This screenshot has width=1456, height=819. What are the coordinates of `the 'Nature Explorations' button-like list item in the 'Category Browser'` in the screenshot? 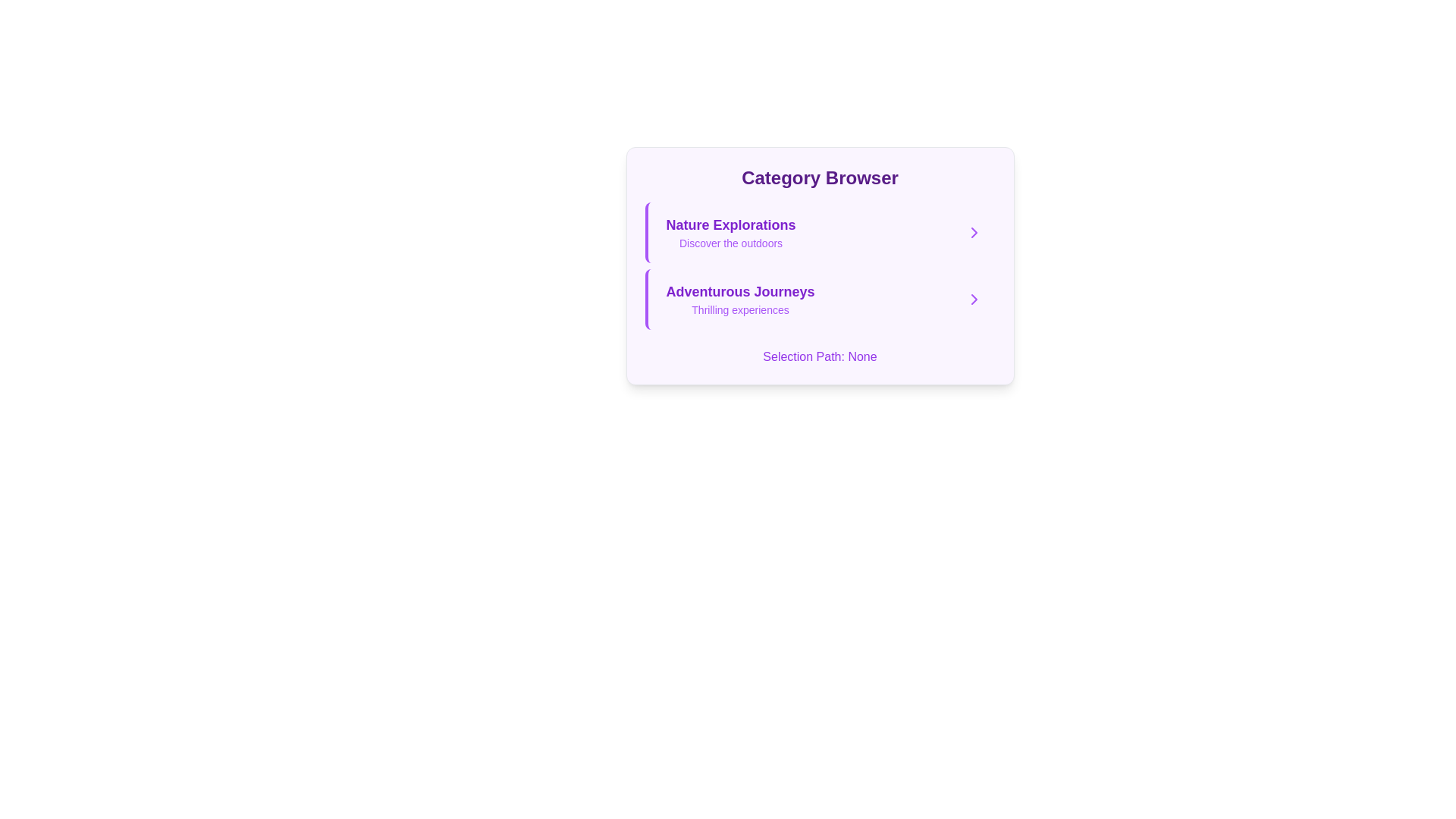 It's located at (819, 233).